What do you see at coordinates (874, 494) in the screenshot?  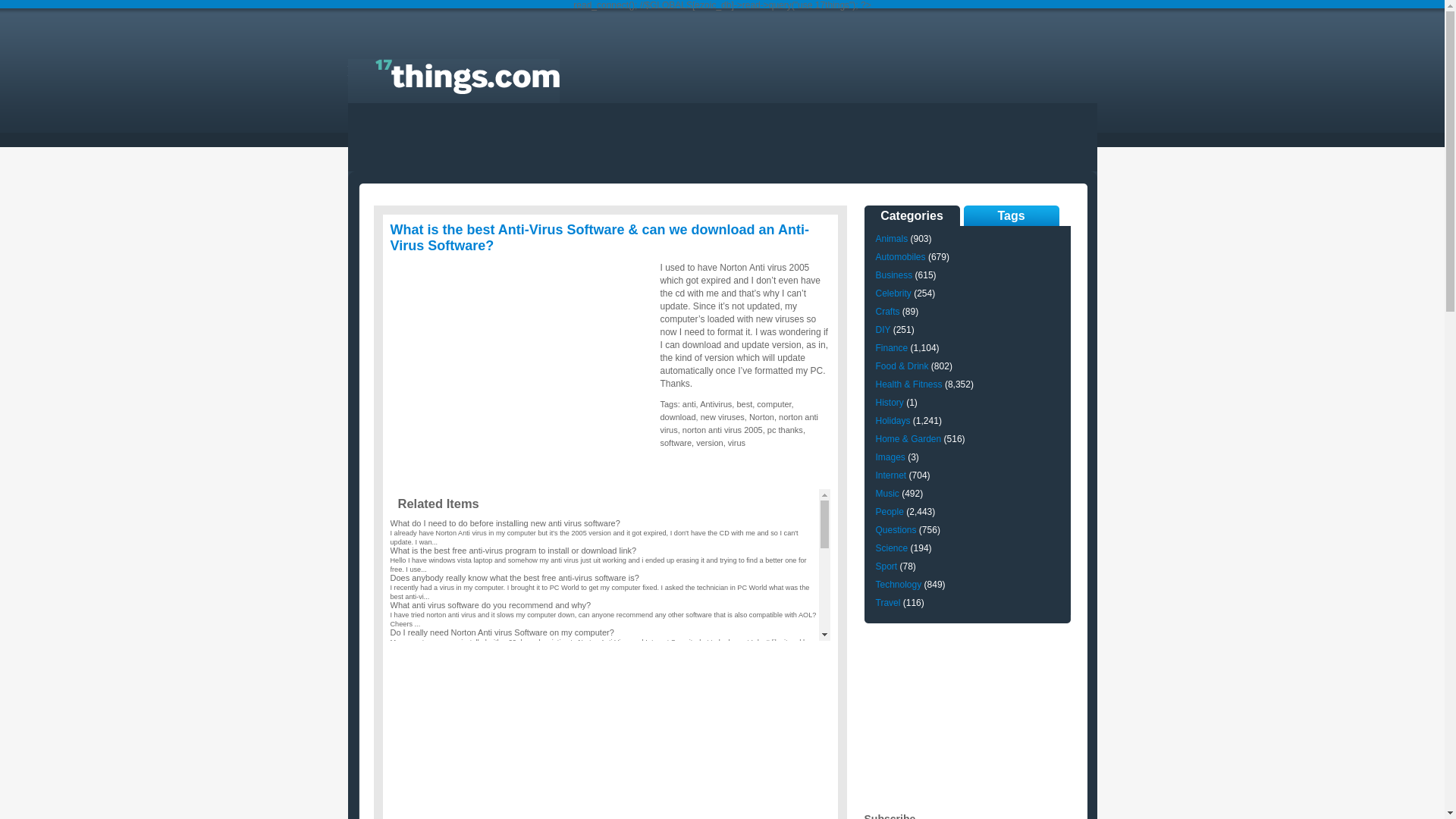 I see `'Music'` at bounding box center [874, 494].